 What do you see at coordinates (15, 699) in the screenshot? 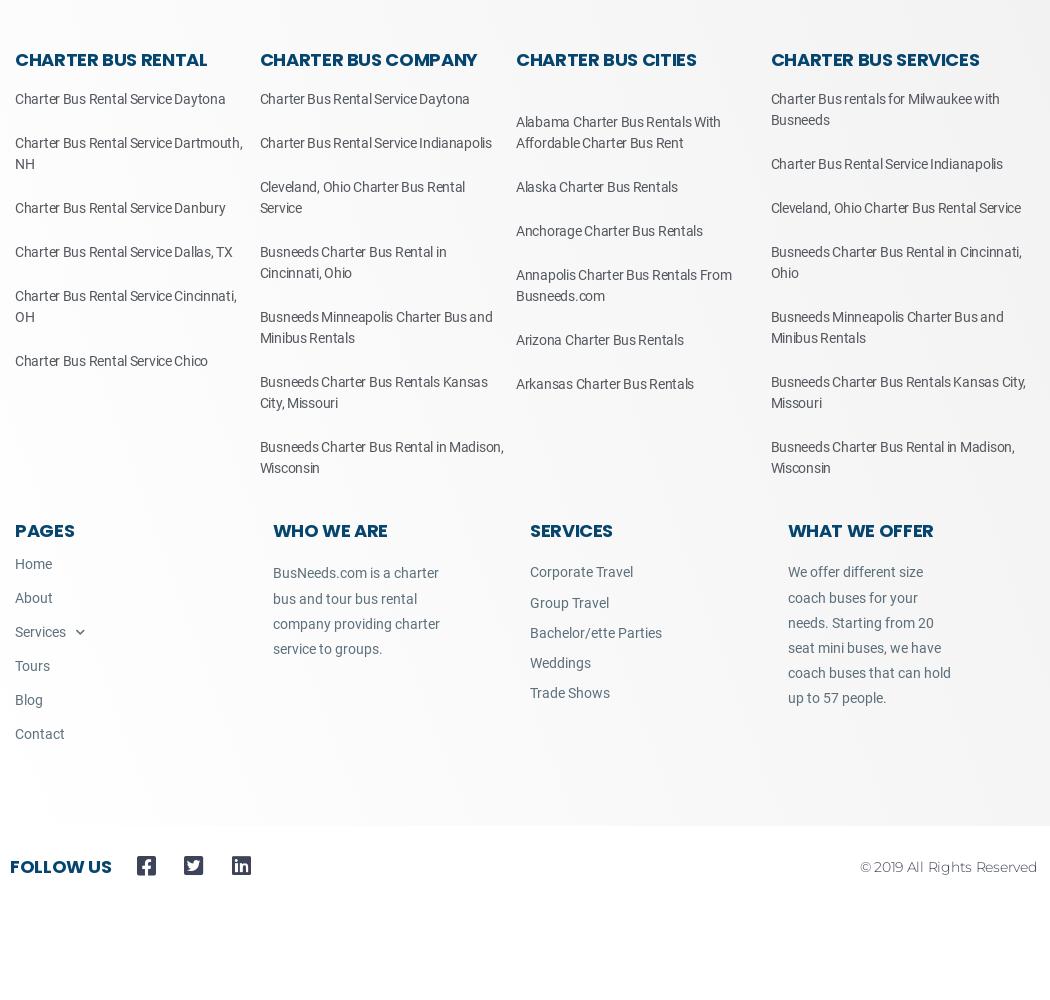
I see `'Blog'` at bounding box center [15, 699].